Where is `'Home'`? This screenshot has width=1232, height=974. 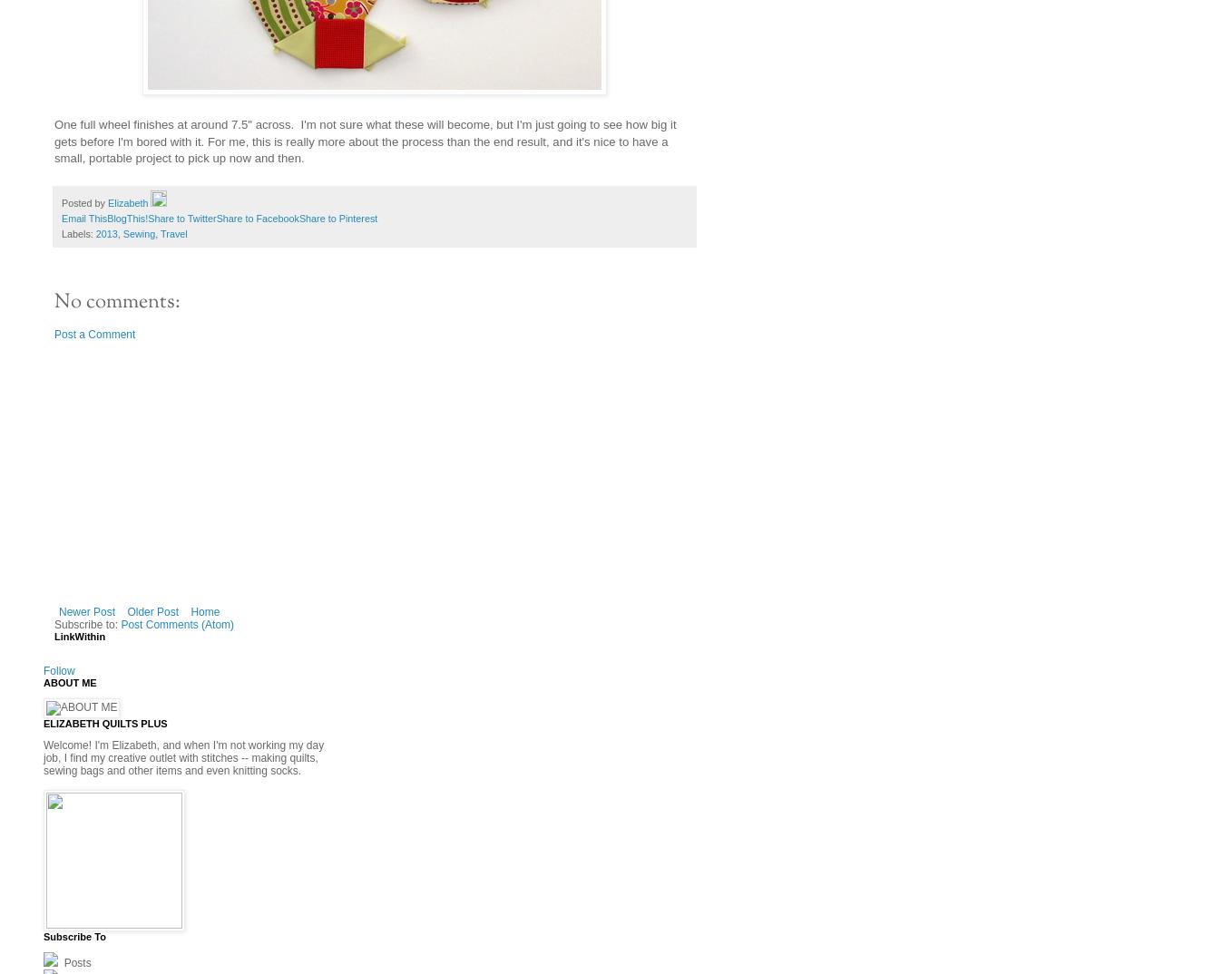
'Home' is located at coordinates (203, 611).